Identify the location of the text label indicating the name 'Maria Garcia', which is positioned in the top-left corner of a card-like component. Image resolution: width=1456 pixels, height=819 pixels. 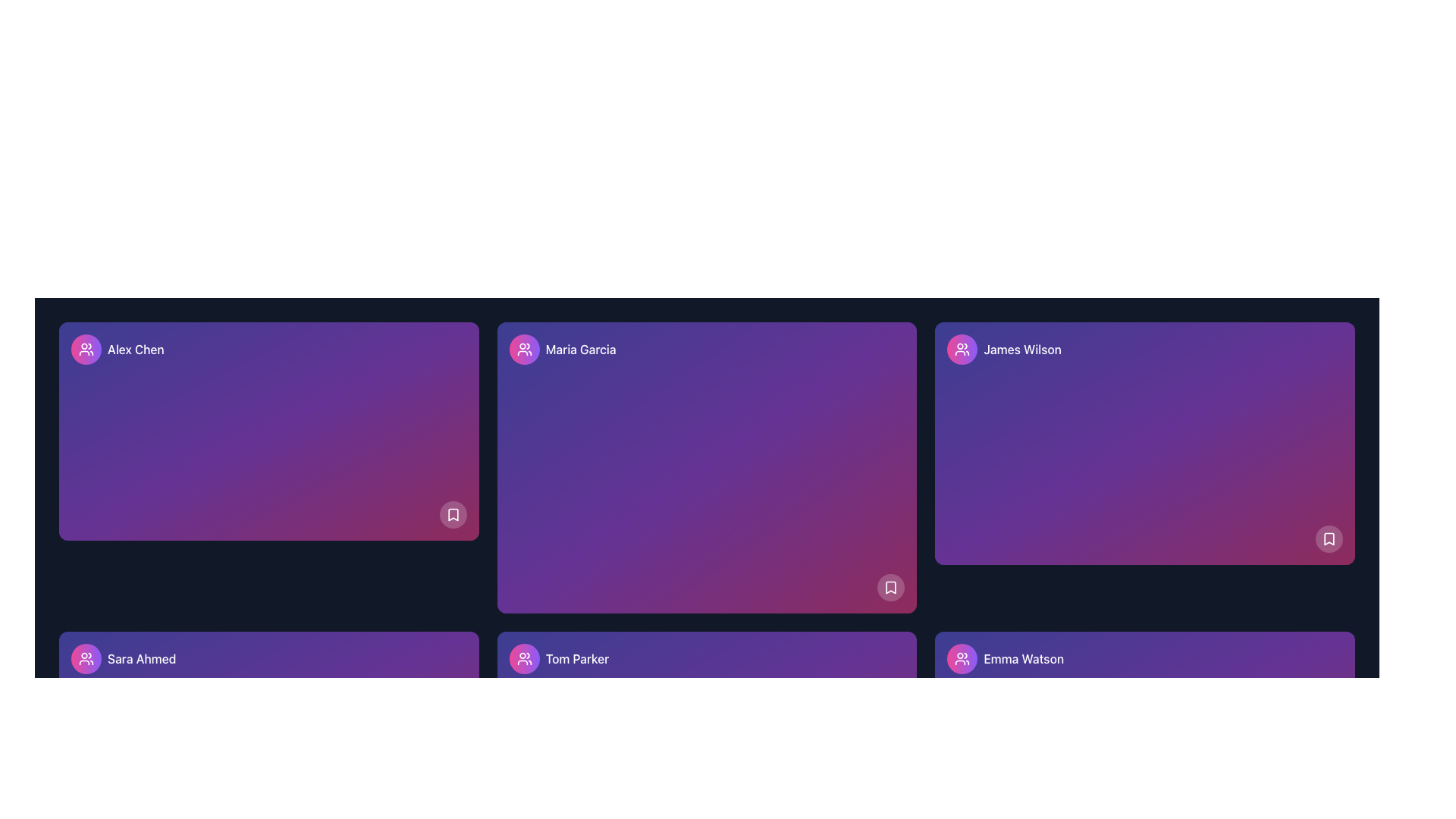
(580, 350).